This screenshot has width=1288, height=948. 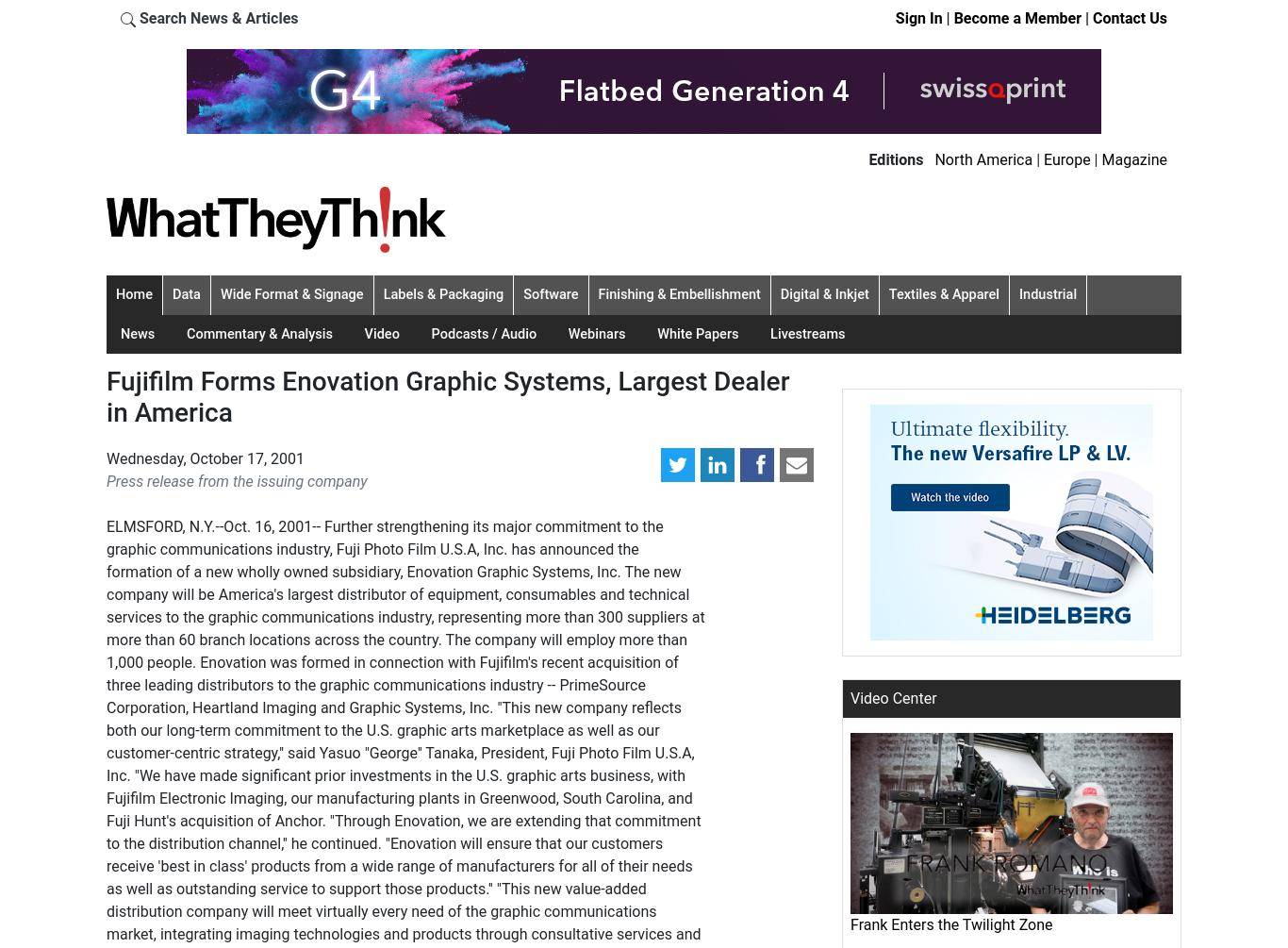 What do you see at coordinates (934, 158) in the screenshot?
I see `'North America'` at bounding box center [934, 158].